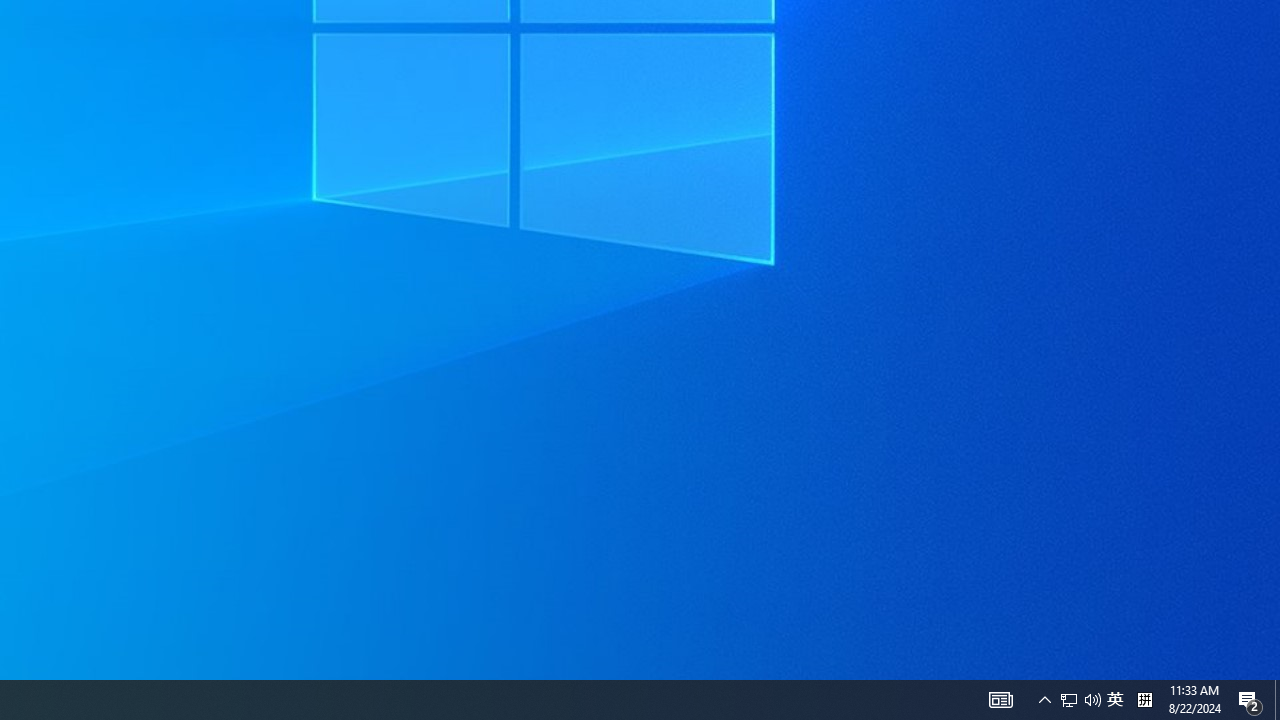  Describe the element at coordinates (1250, 698) in the screenshot. I see `'Action Center, 2 new notifications'` at that location.